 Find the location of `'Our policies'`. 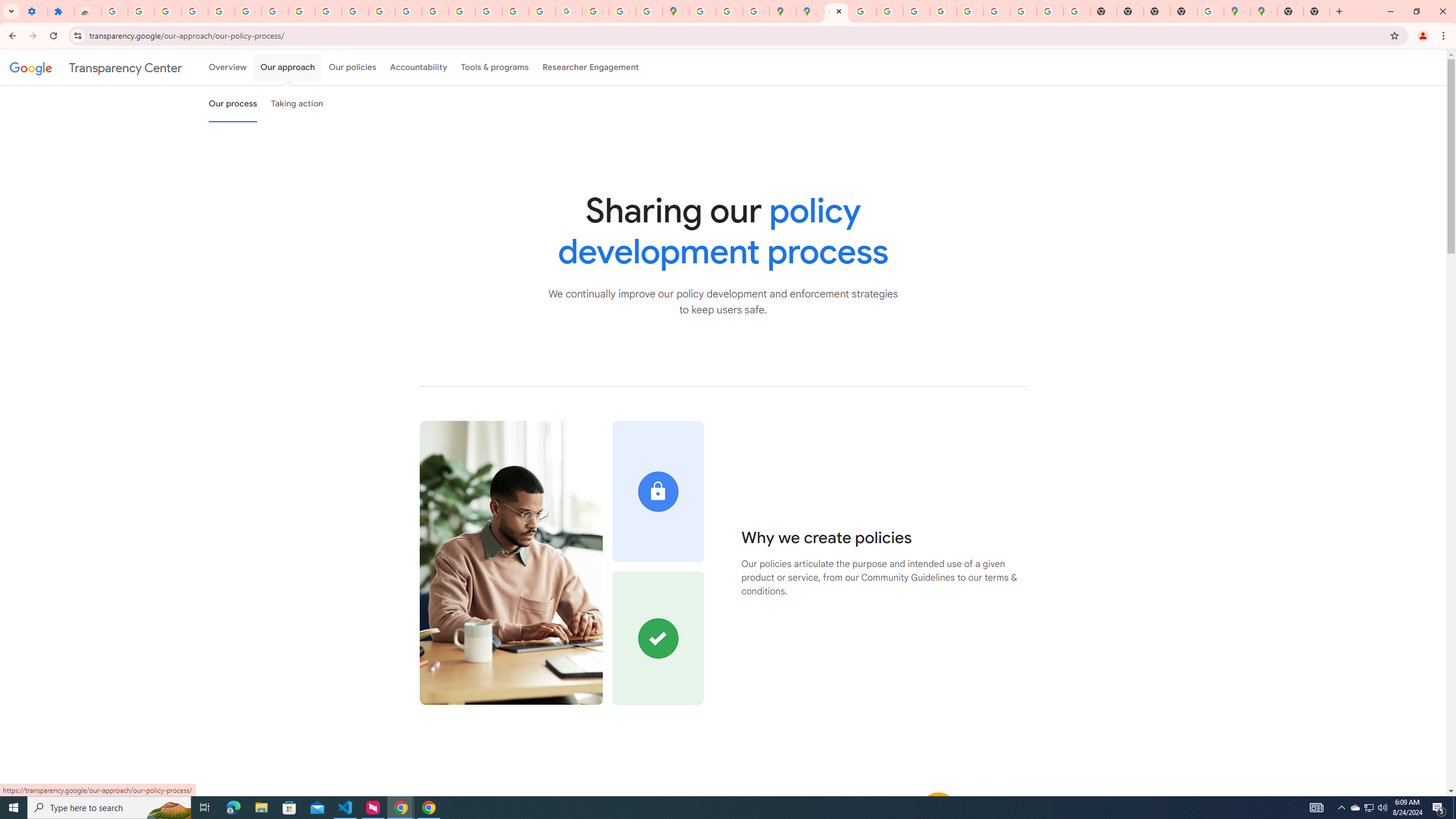

'Our policies' is located at coordinates (352, 67).